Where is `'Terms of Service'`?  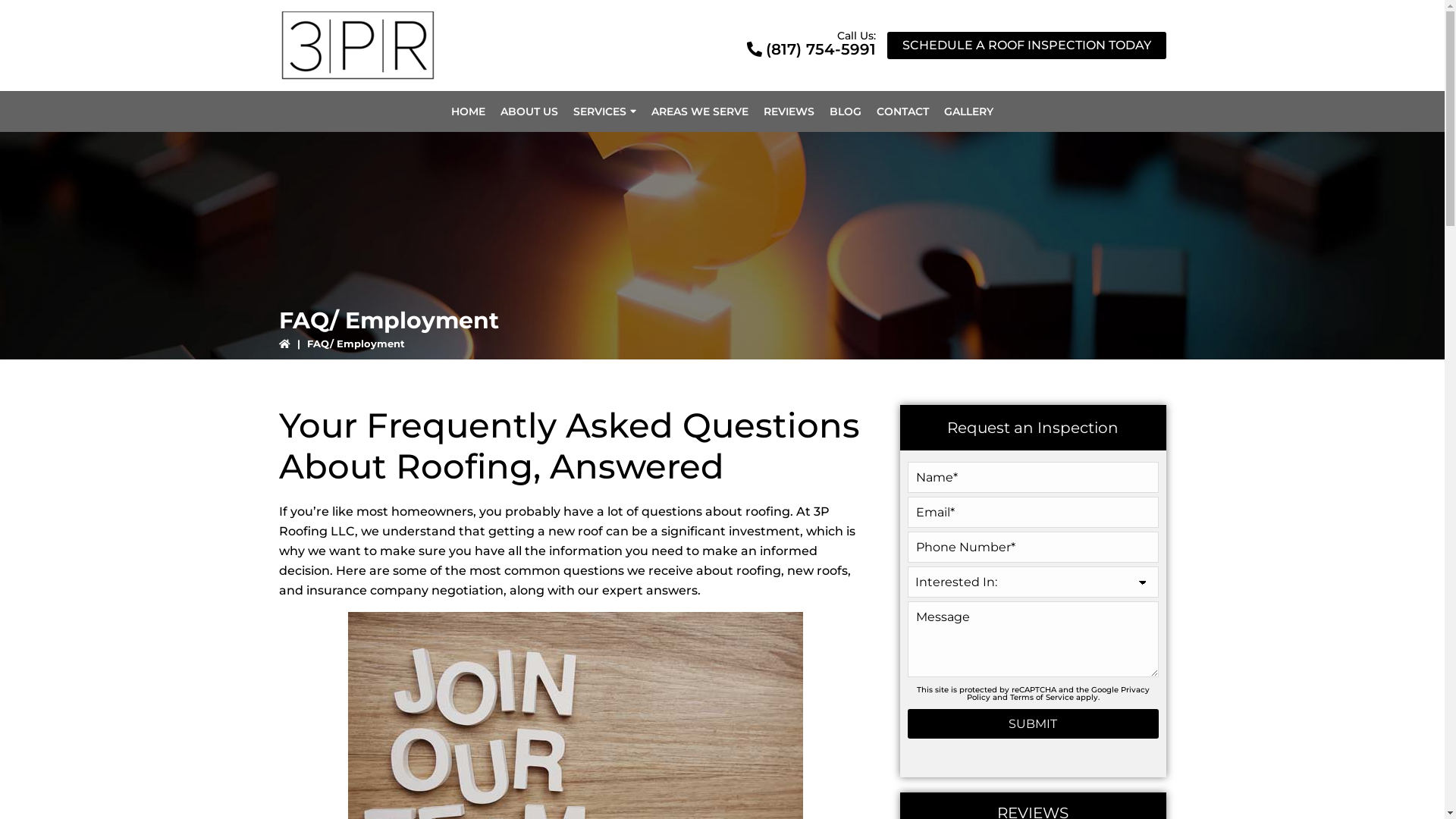
'Terms of Service' is located at coordinates (1040, 697).